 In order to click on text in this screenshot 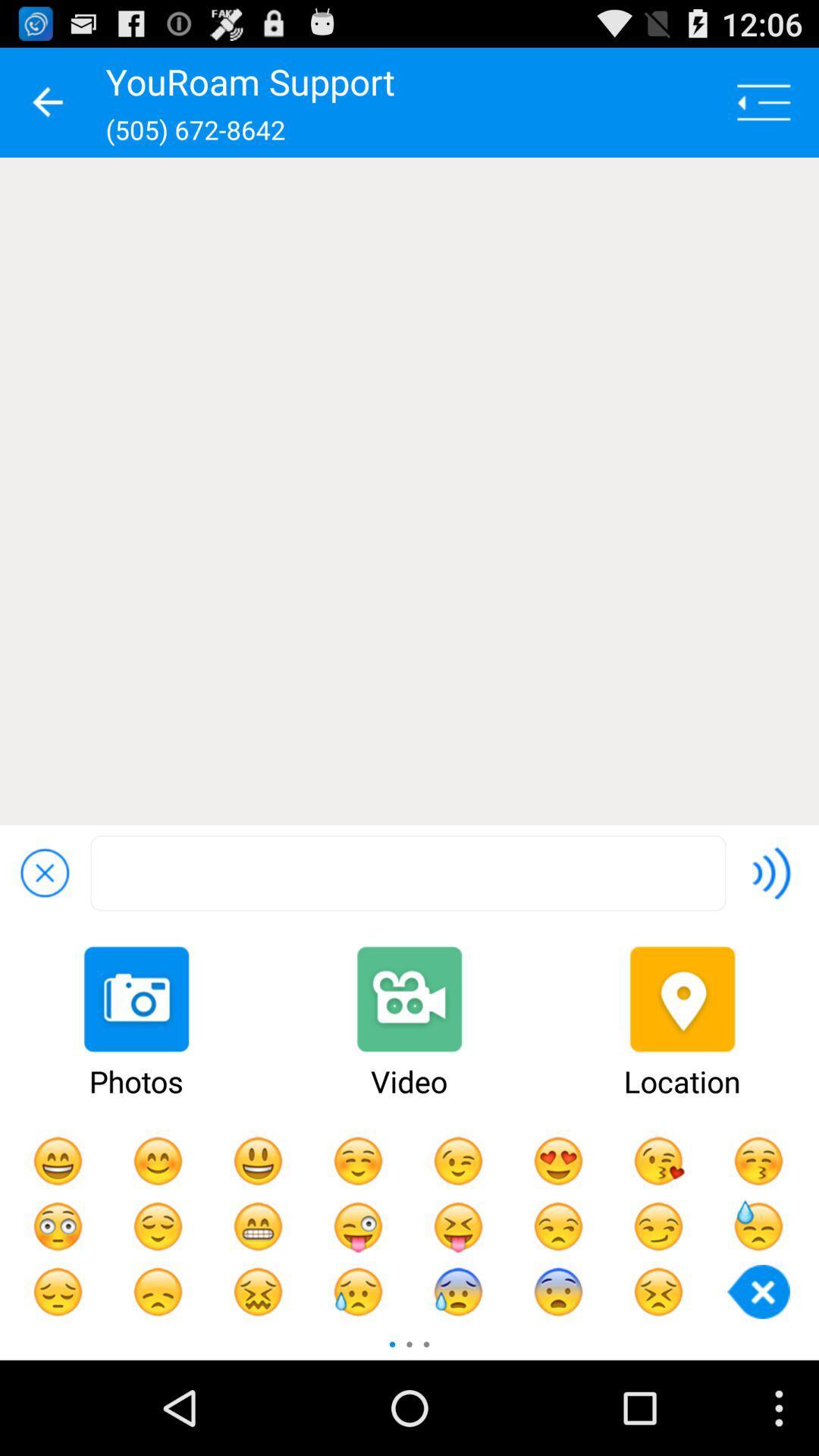, I will do `click(407, 873)`.